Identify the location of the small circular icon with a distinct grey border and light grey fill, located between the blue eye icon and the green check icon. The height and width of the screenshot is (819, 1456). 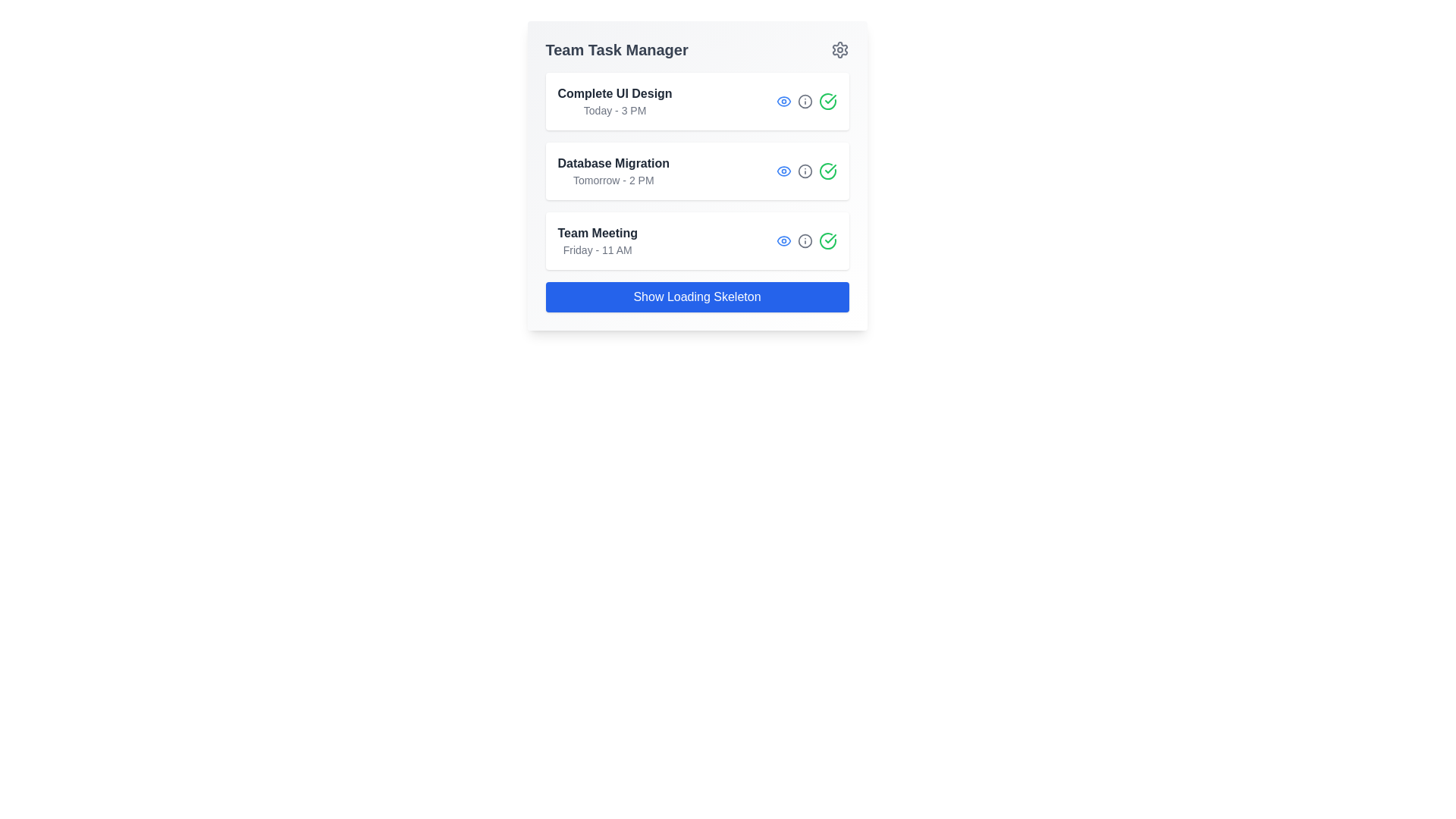
(805, 102).